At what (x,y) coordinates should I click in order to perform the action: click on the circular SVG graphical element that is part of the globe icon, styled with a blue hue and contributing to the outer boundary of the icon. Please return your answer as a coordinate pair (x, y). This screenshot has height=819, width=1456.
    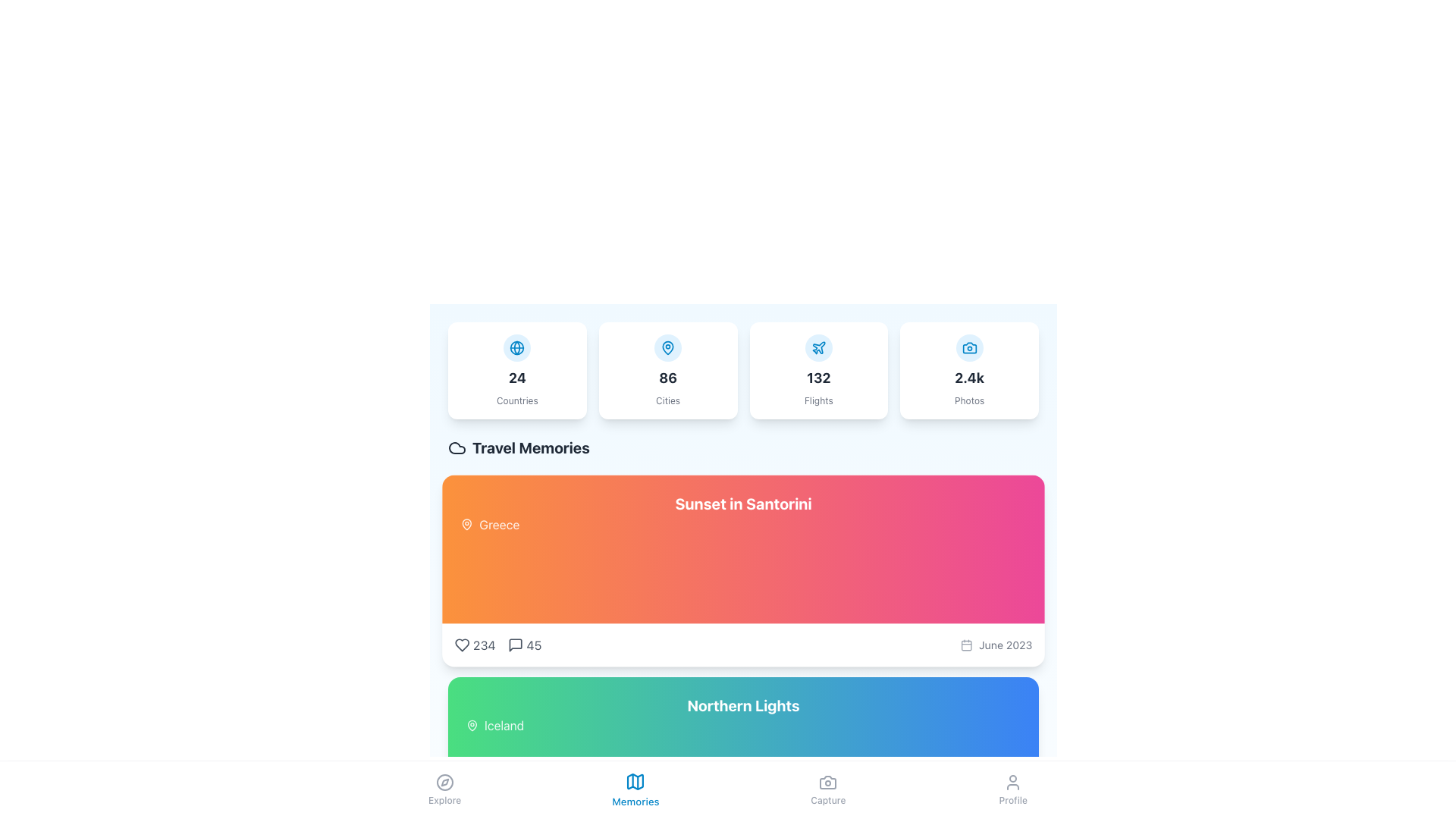
    Looking at the image, I should click on (517, 348).